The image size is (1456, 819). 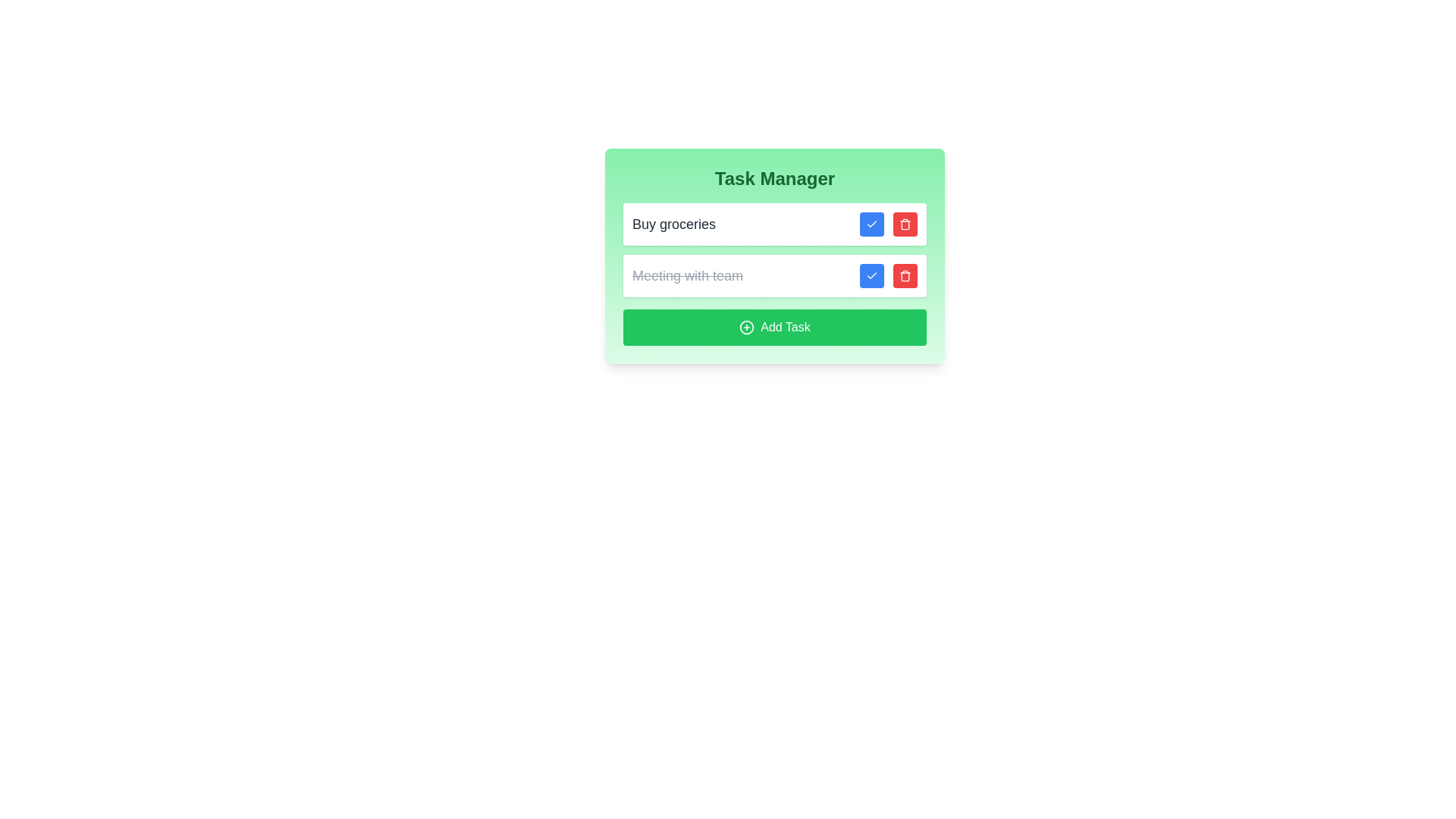 I want to click on the 'Add Task' button, which is a vibrant green rectangular button with white text and a circular plus icon, located at the bottom of the task management interface, so click(x=775, y=327).